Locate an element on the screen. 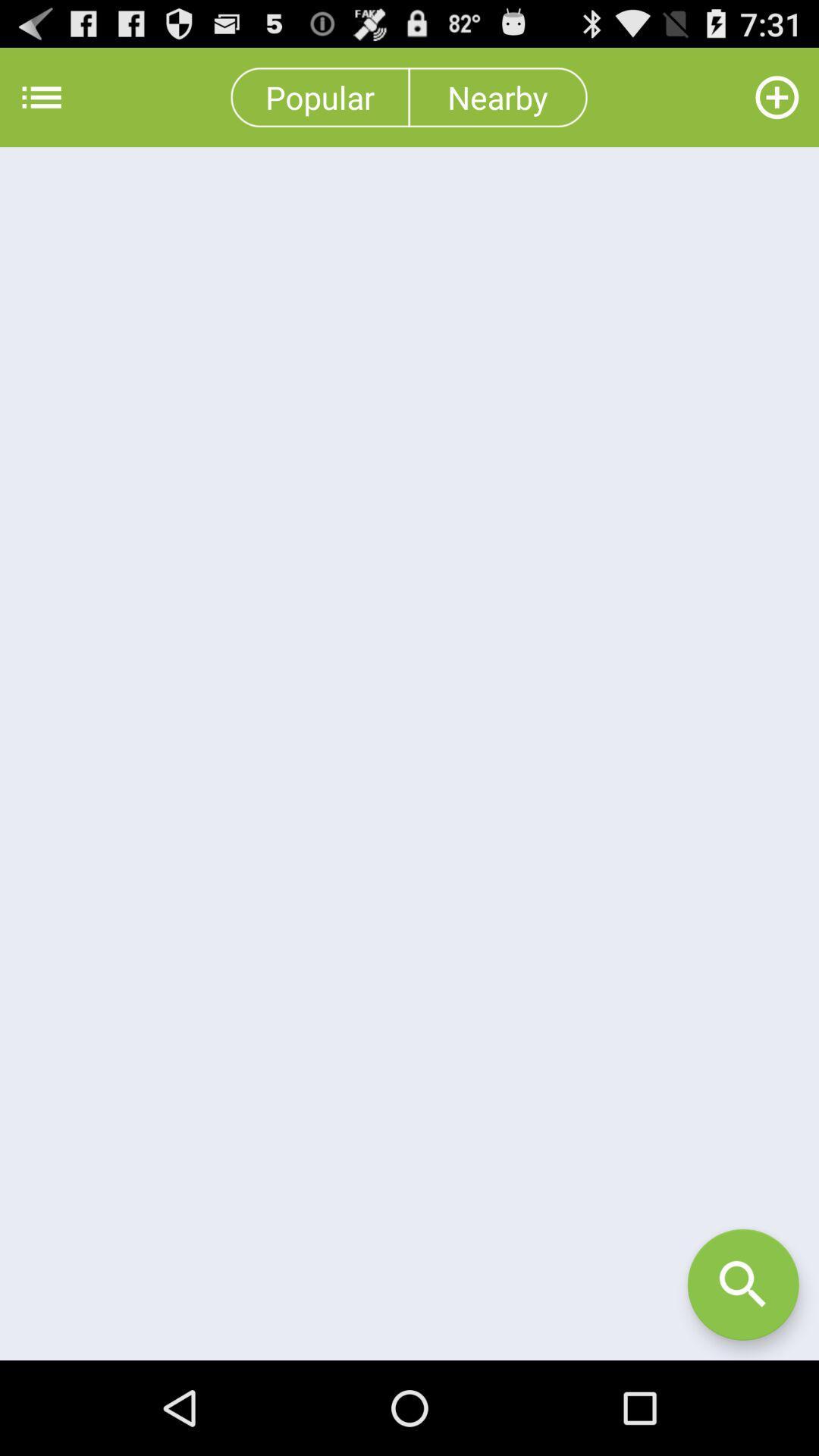 This screenshot has height=1456, width=819. the add icon is located at coordinates (777, 103).